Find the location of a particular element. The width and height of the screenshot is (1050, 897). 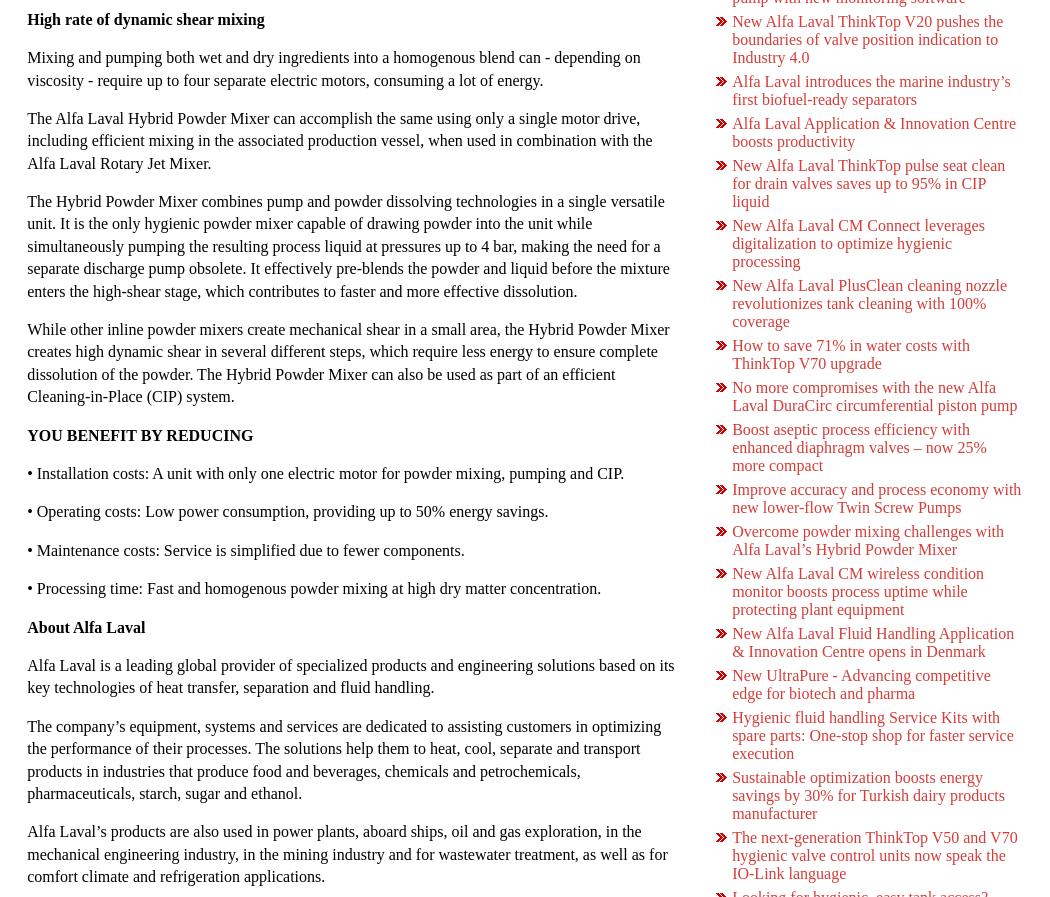

'Mixing and pumping both wet and dry ingredients into a homogenous blend can - depending on viscosity - require up to four separate electric motors, consuming a lot of energy.' is located at coordinates (333, 67).